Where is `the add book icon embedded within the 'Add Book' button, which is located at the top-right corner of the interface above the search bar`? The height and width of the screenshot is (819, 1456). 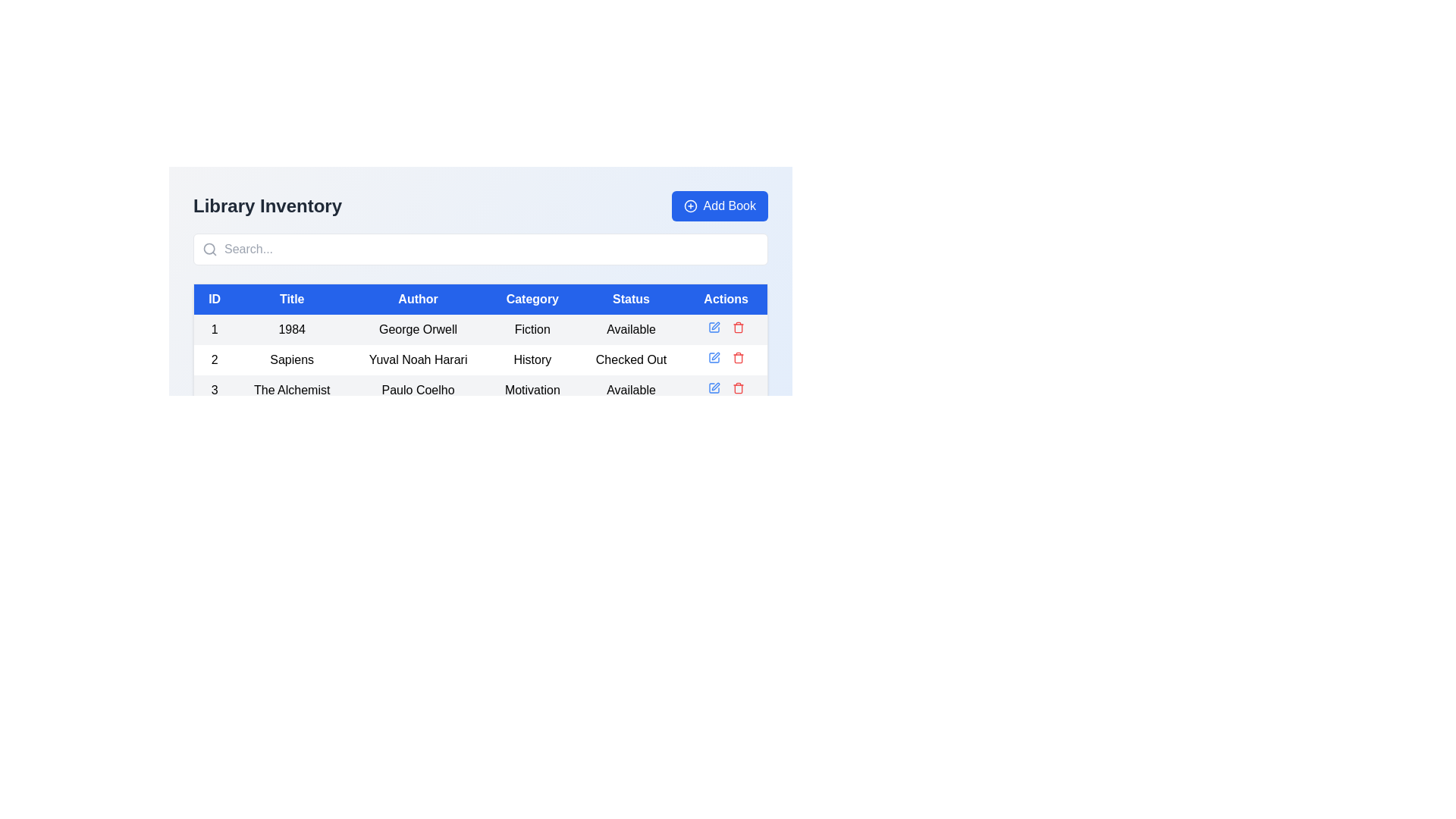
the add book icon embedded within the 'Add Book' button, which is located at the top-right corner of the interface above the search bar is located at coordinates (689, 206).